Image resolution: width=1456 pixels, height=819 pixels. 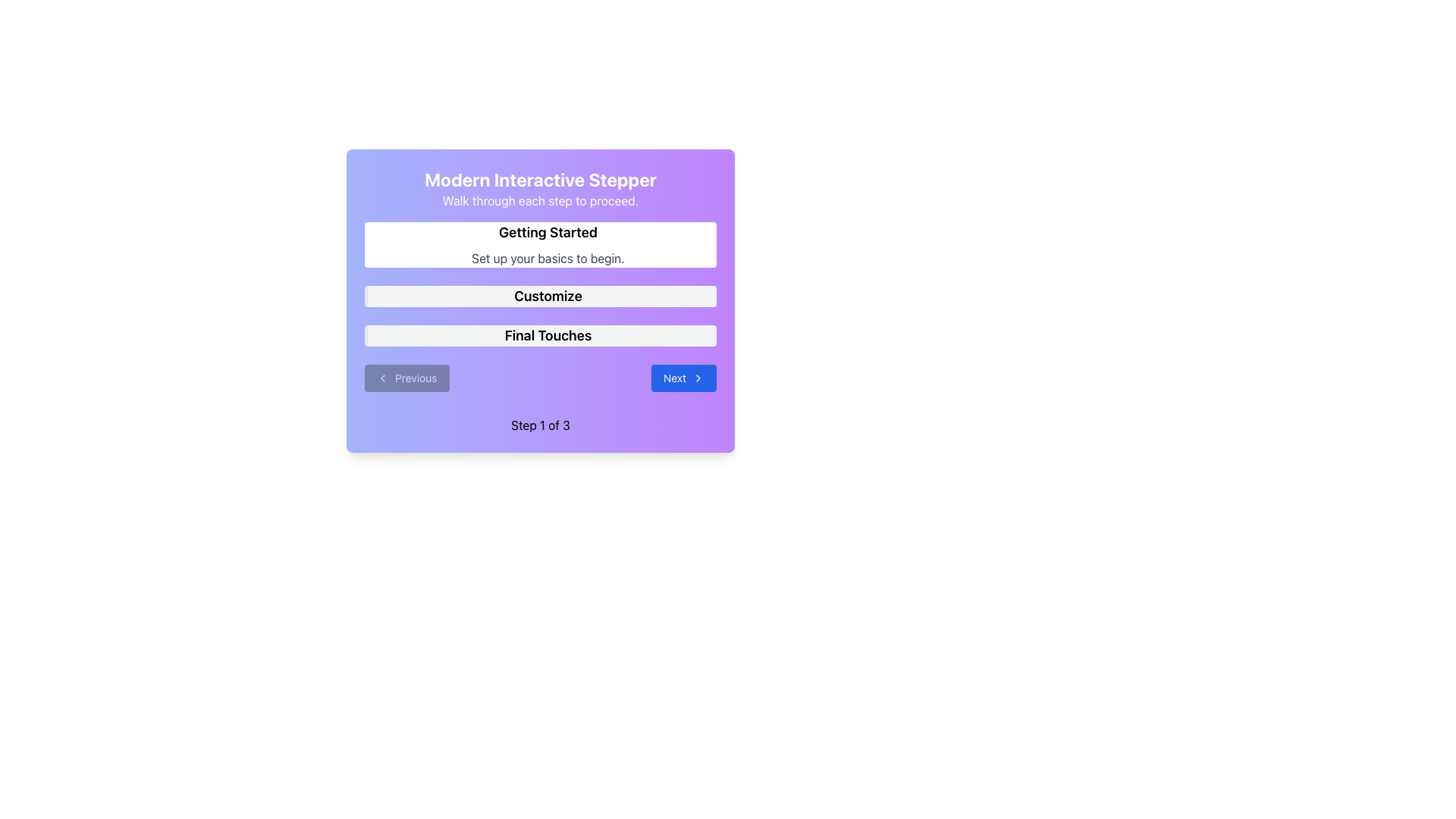 What do you see at coordinates (548, 233) in the screenshot?
I see `the bold text label reading 'Getting Started', which is positioned as the title of a section above the description text` at bounding box center [548, 233].